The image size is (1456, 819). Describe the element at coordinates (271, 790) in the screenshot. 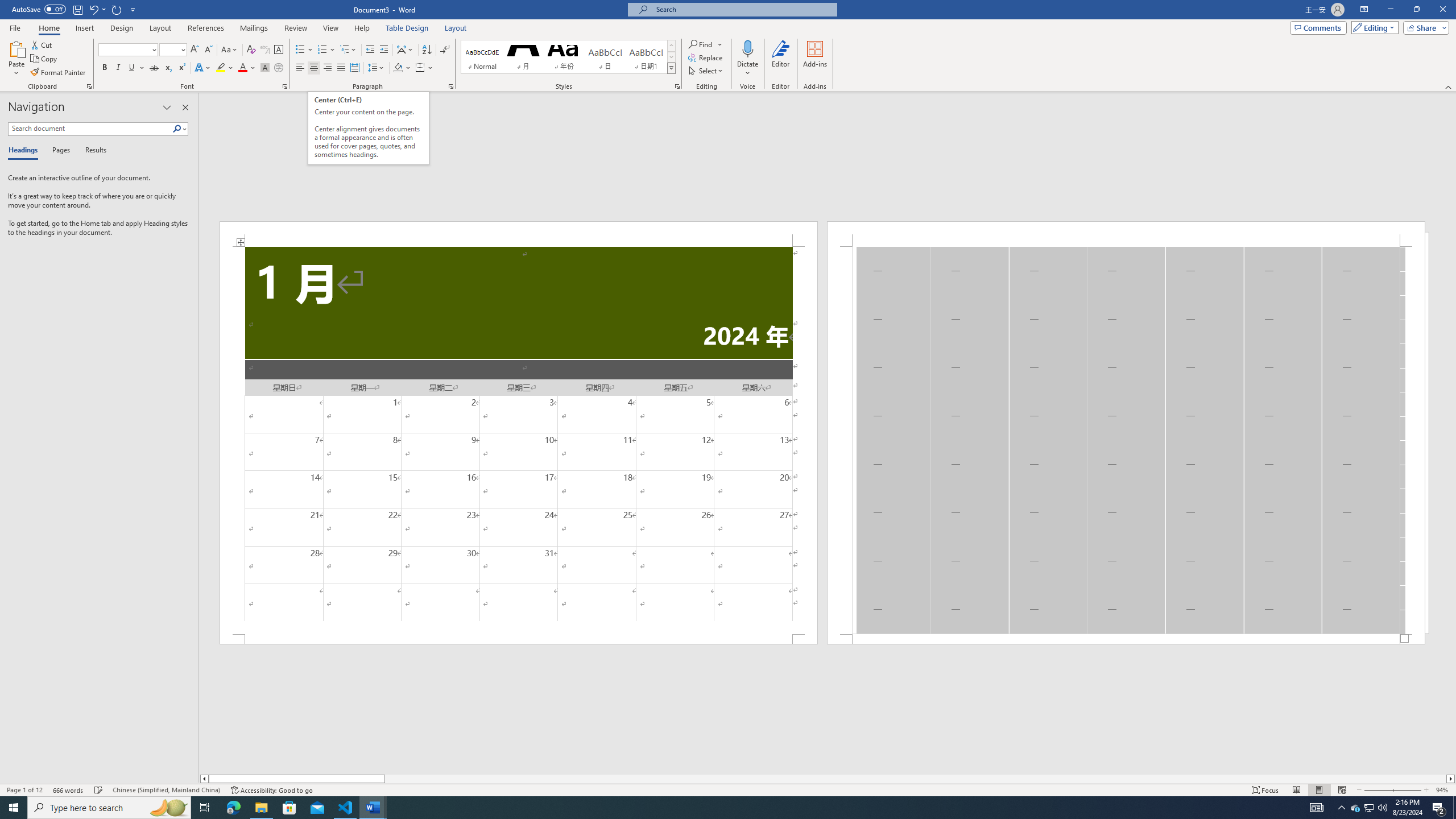

I see `'Accessibility Checker Accessibility: Good to go'` at that location.